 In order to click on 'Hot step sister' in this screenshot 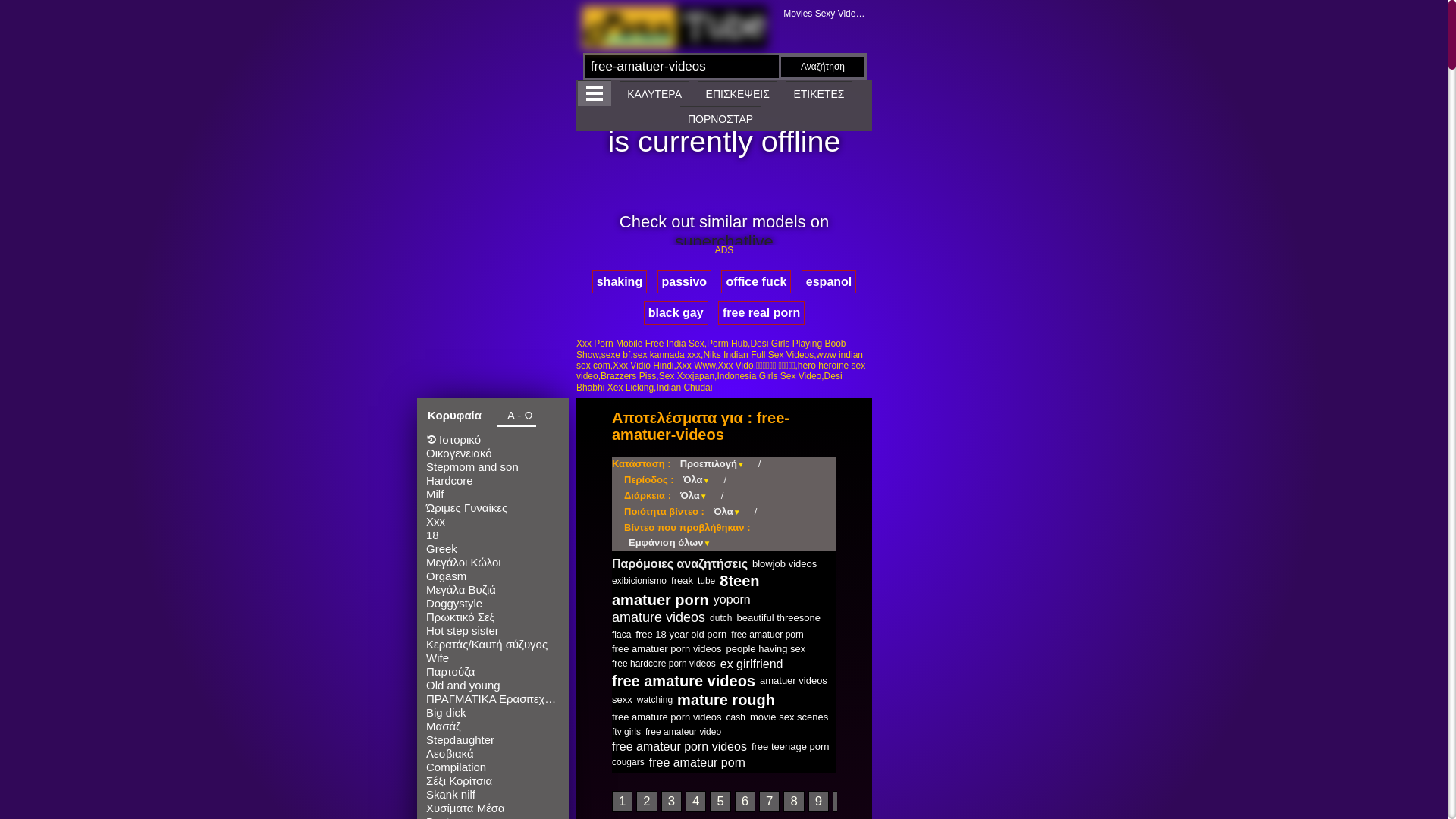, I will do `click(425, 631)`.